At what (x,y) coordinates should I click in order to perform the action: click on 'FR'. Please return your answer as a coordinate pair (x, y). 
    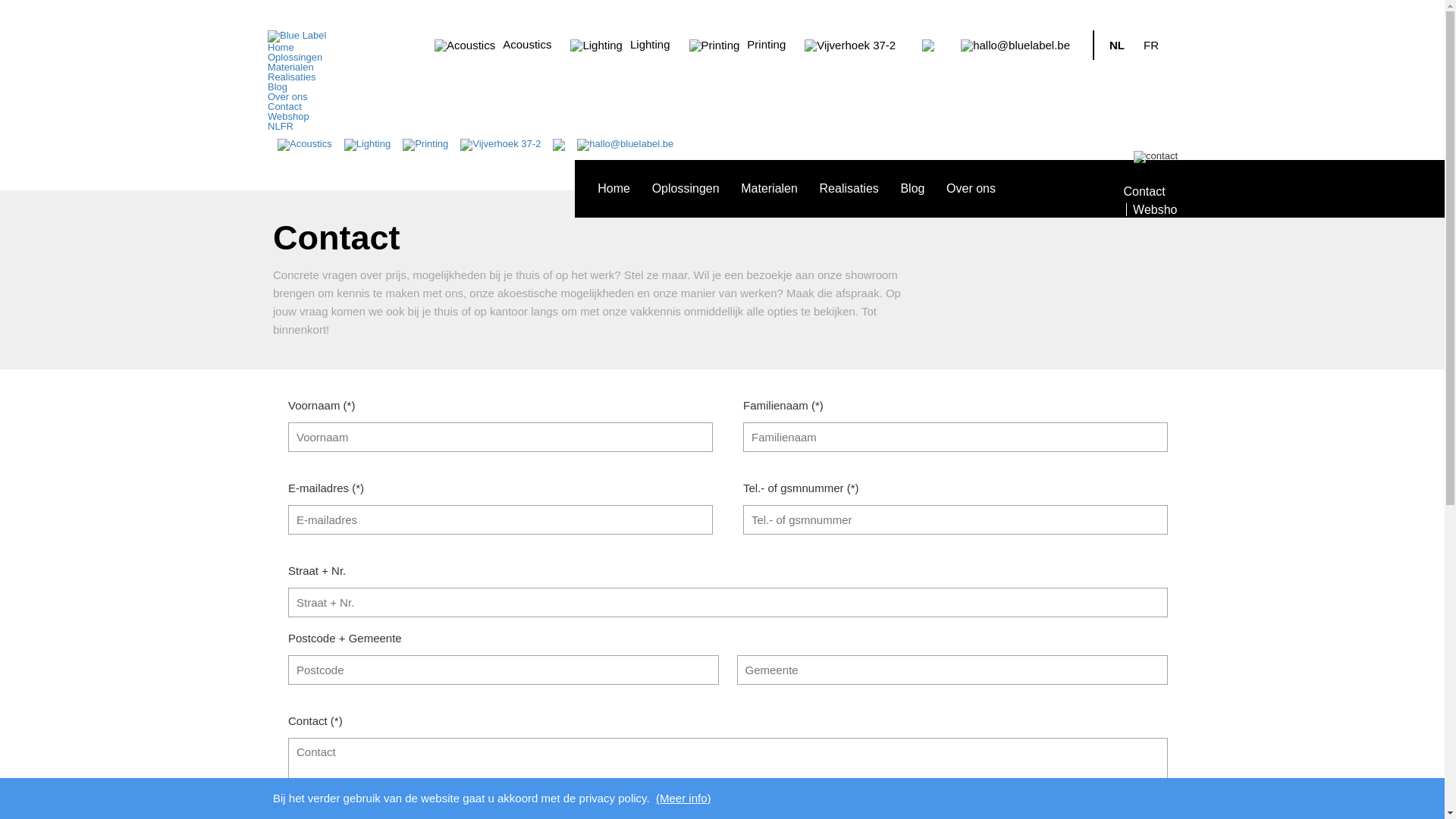
    Looking at the image, I should click on (287, 125).